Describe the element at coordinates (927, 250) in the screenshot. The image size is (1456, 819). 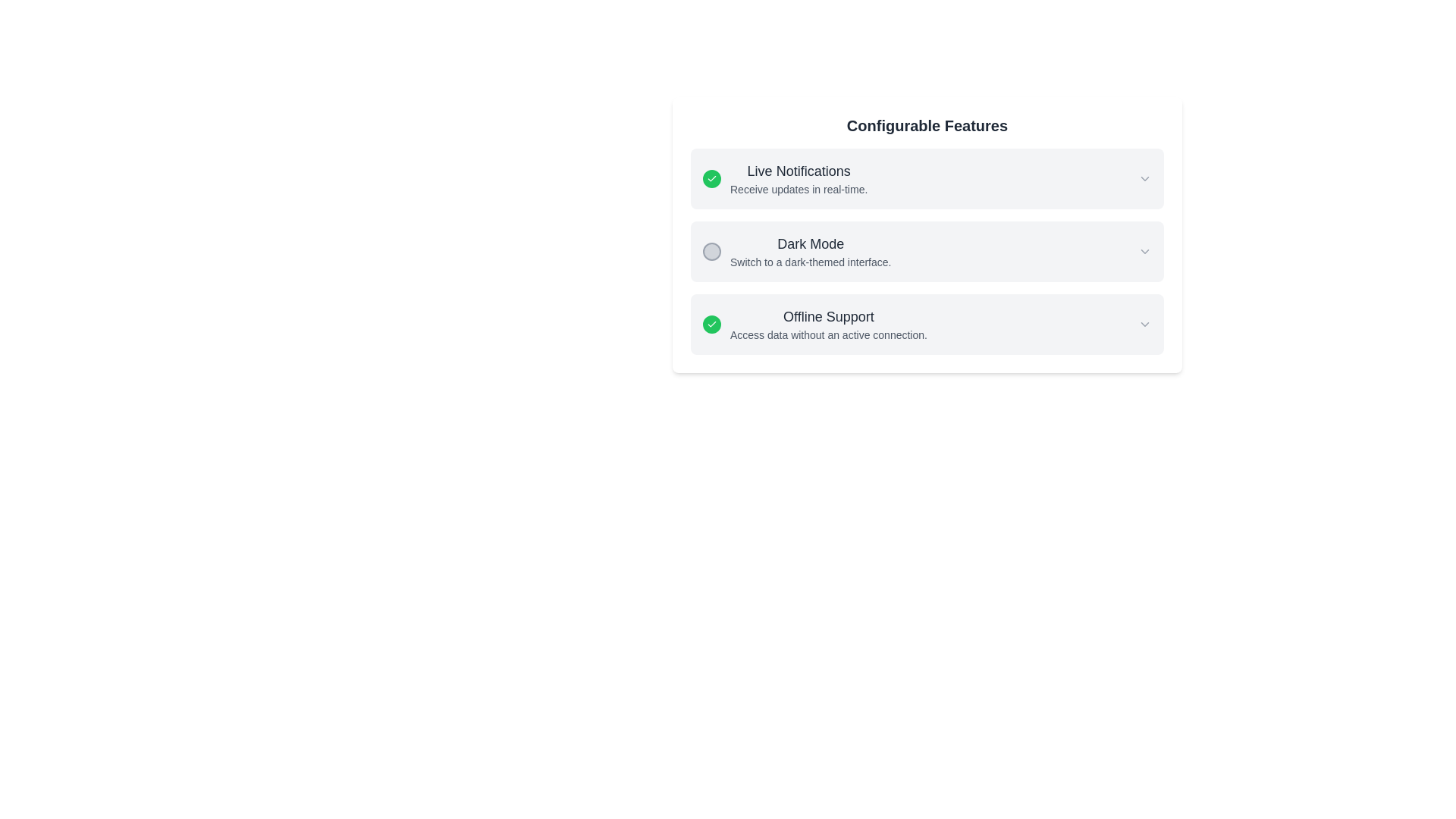
I see `the Configuration toggle located between 'Live Notifications' and 'Offline Support' to expand options for activating a dark-themed interface` at that location.